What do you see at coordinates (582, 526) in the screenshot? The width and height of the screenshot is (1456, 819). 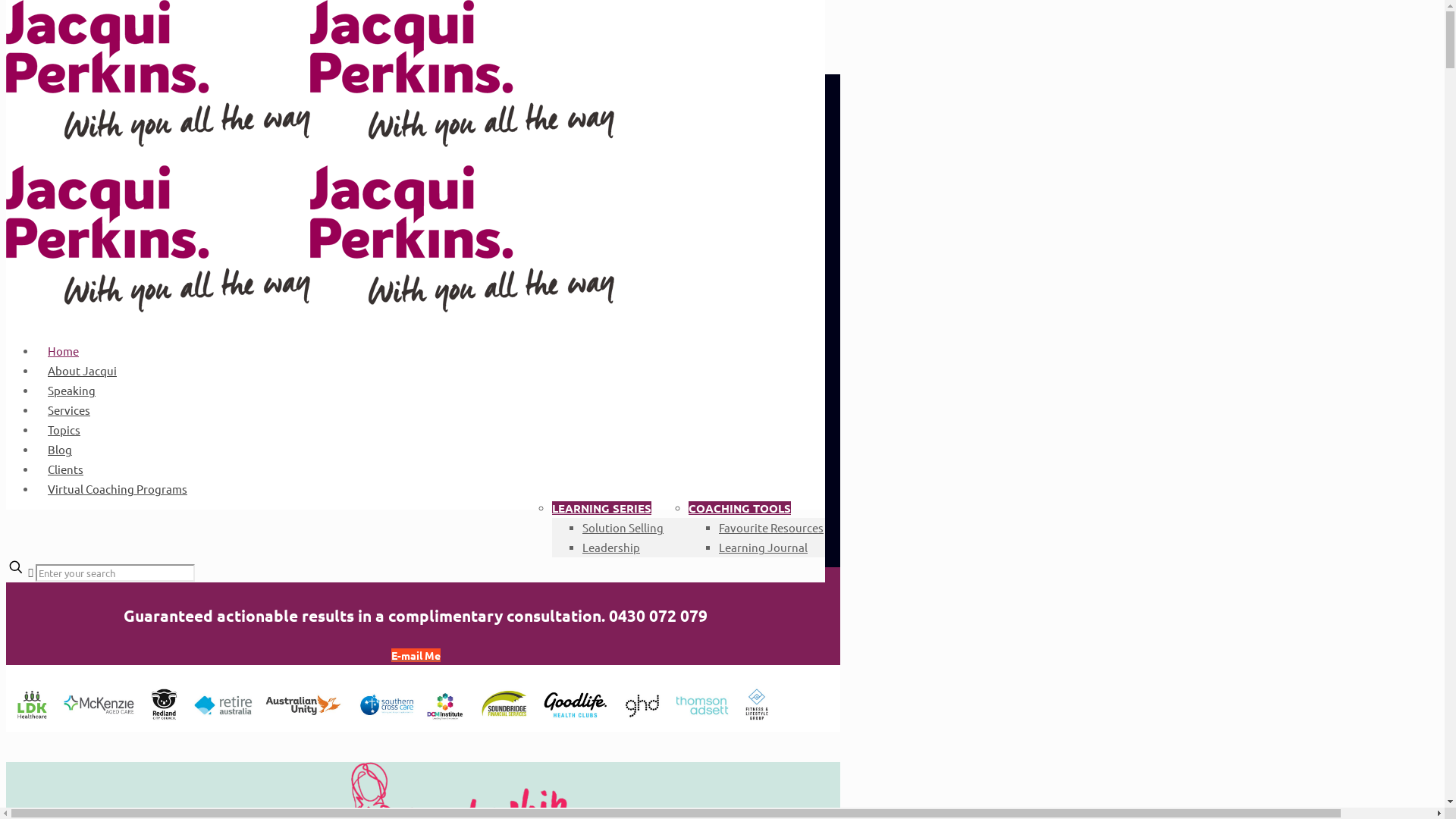 I see `'Solution Selling'` at bounding box center [582, 526].